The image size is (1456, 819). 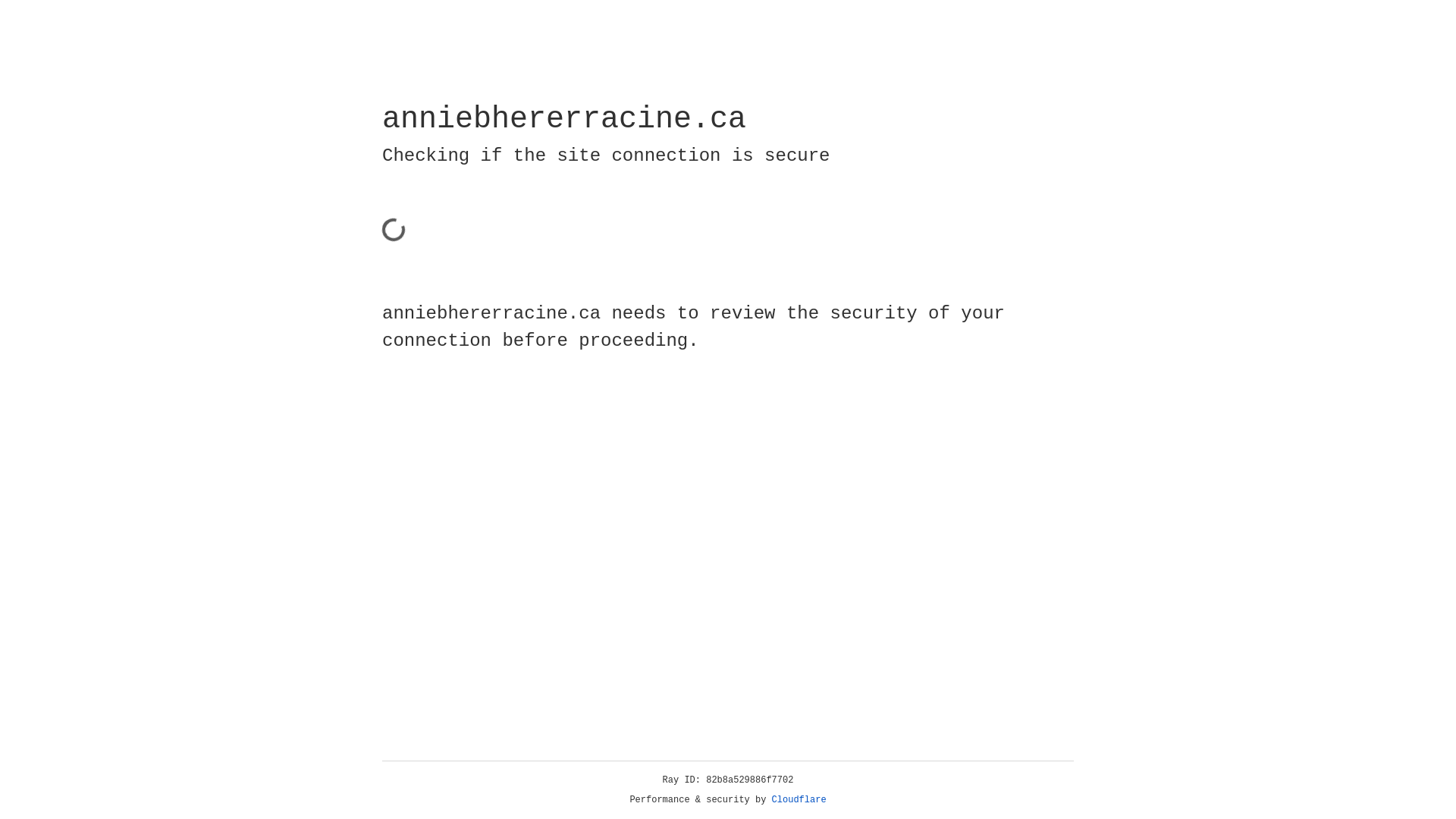 I want to click on 'Cloudflare', so click(x=771, y=799).